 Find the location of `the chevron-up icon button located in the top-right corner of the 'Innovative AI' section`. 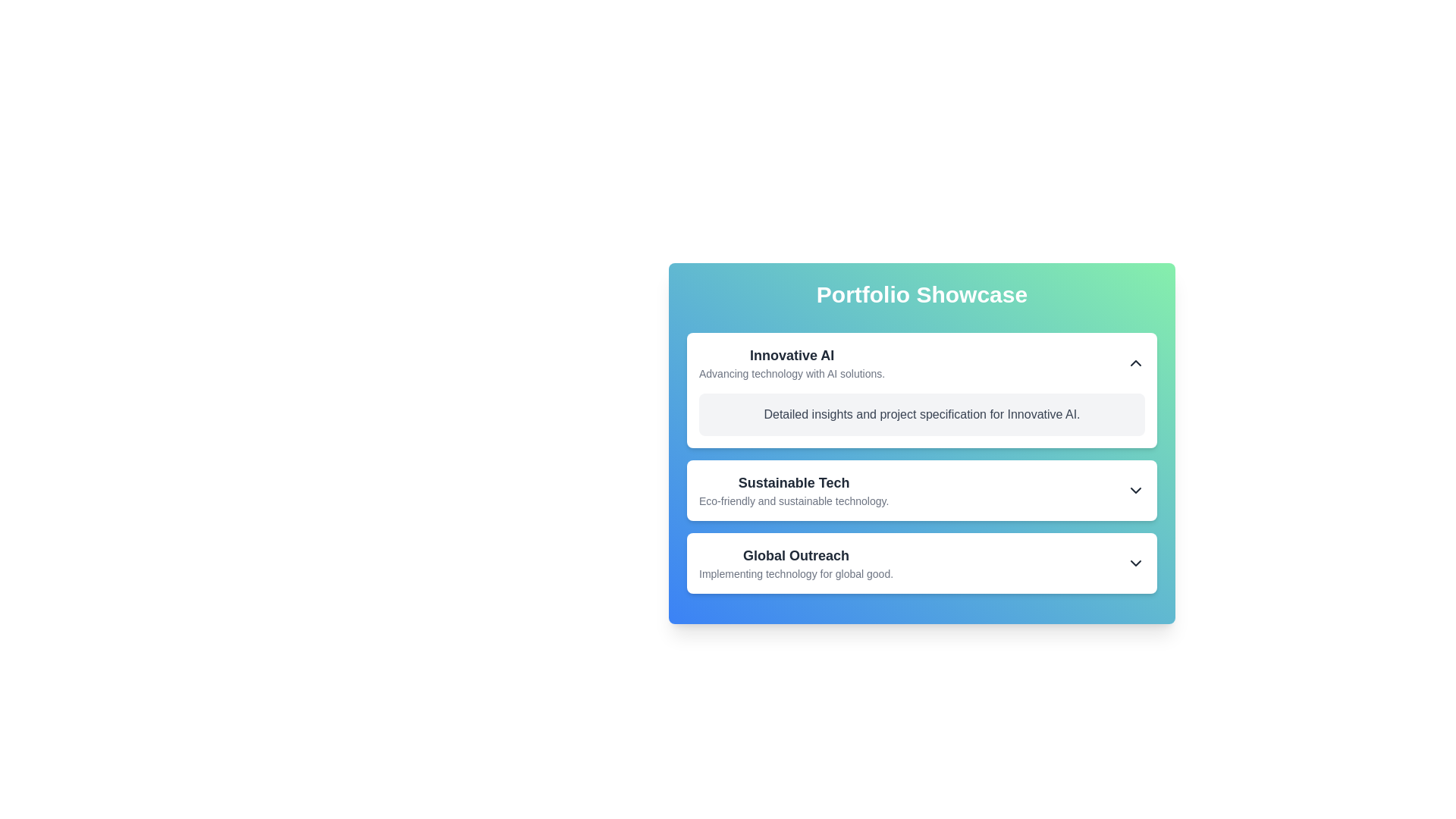

the chevron-up icon button located in the top-right corner of the 'Innovative AI' section is located at coordinates (1135, 362).